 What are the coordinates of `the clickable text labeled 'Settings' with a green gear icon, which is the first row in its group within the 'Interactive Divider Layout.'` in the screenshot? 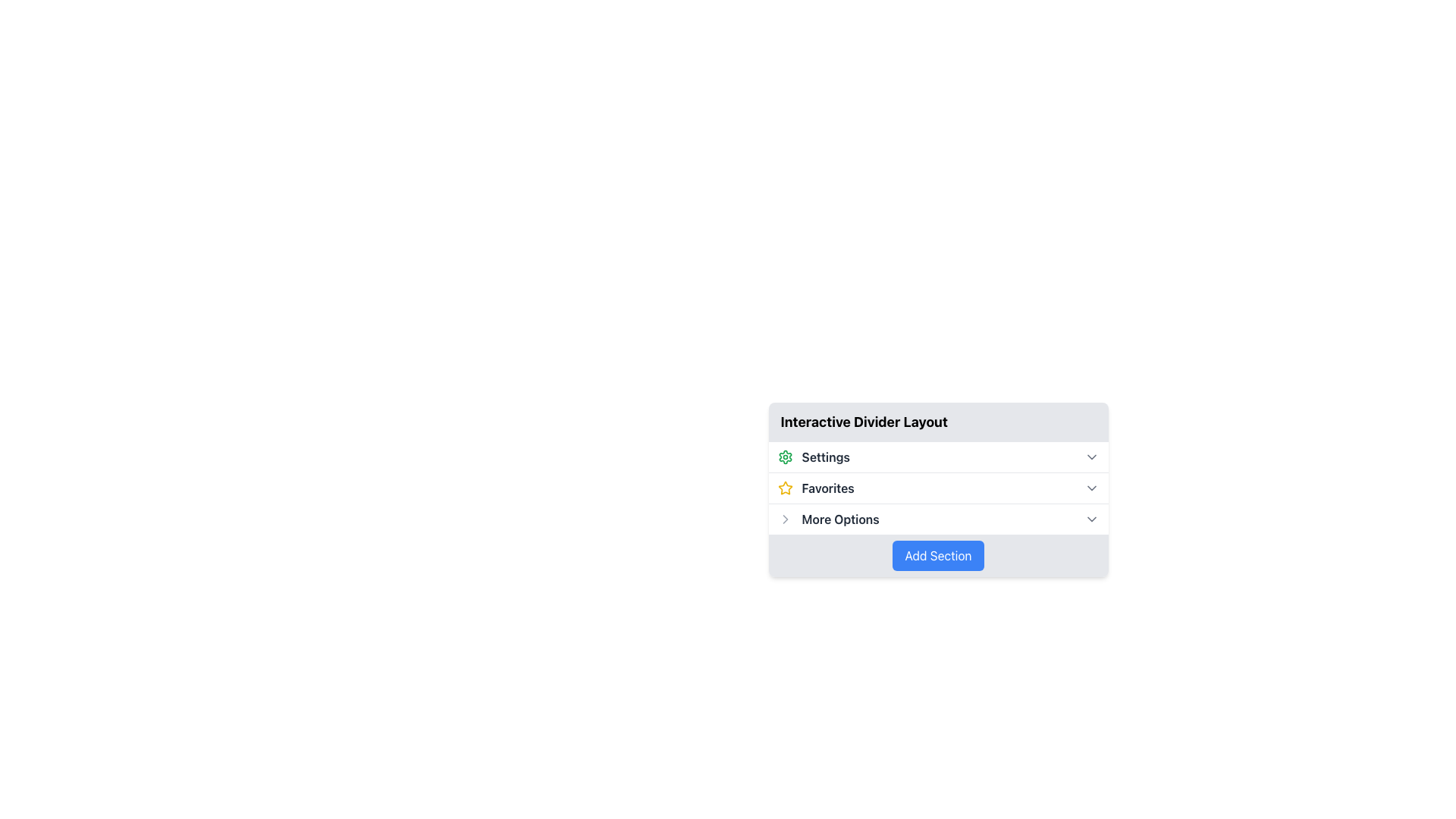 It's located at (813, 456).